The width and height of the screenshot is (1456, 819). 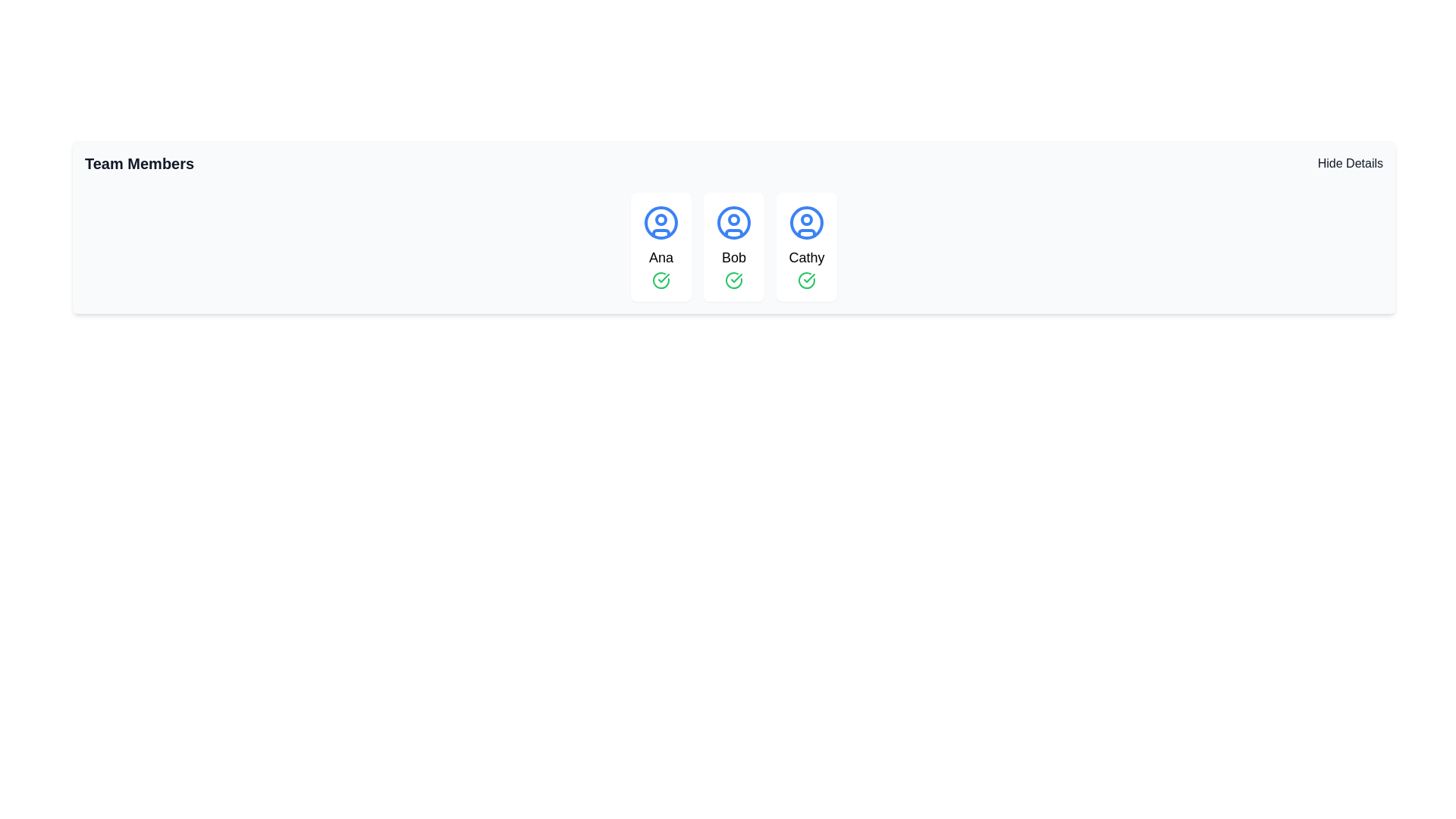 What do you see at coordinates (806, 222) in the screenshot?
I see `the profile icon representing 'Cathy' within the square card` at bounding box center [806, 222].